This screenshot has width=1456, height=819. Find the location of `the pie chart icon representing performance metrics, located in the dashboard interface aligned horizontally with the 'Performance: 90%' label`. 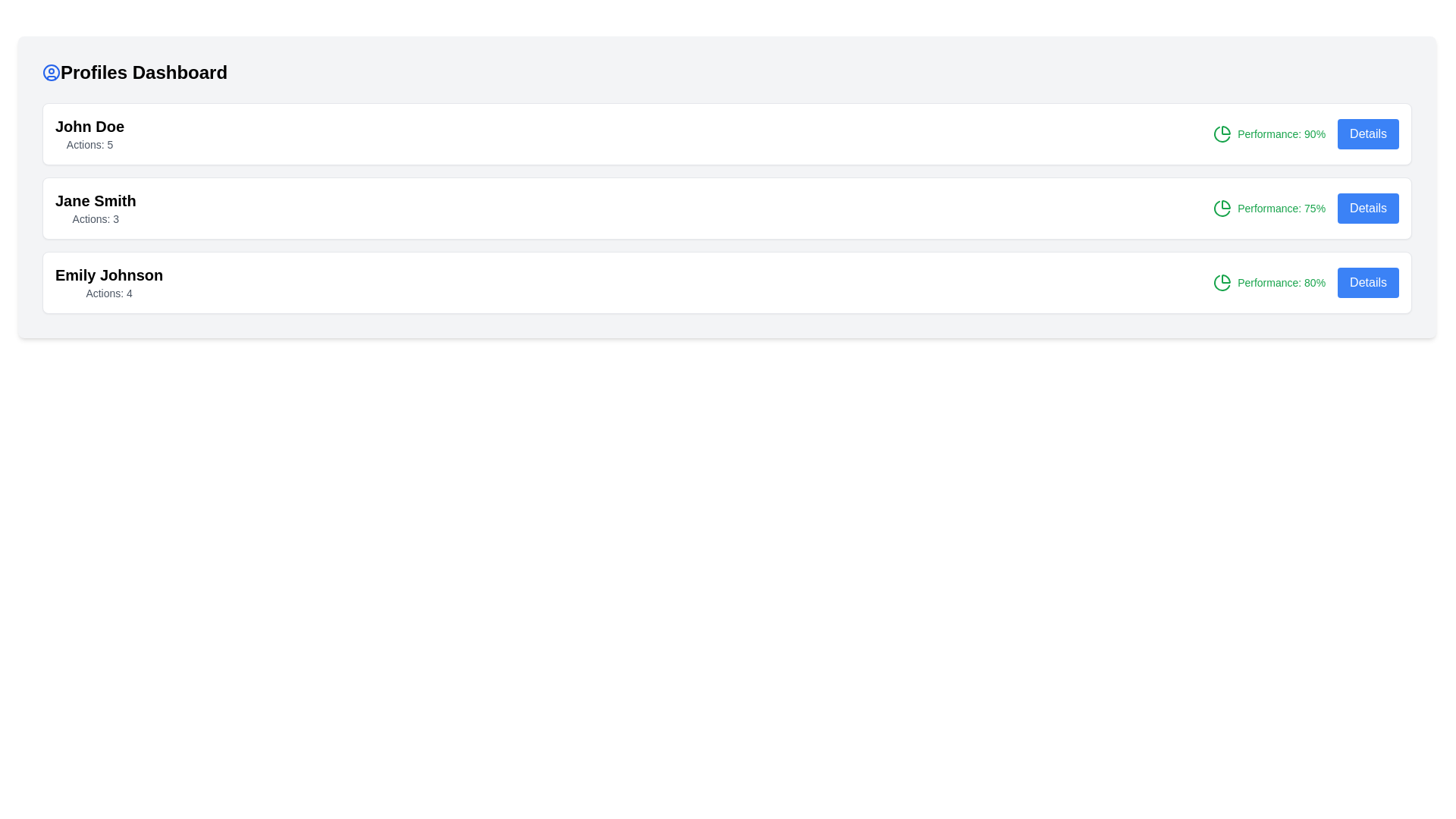

the pie chart icon representing performance metrics, located in the dashboard interface aligned horizontally with the 'Performance: 90%' label is located at coordinates (1222, 133).